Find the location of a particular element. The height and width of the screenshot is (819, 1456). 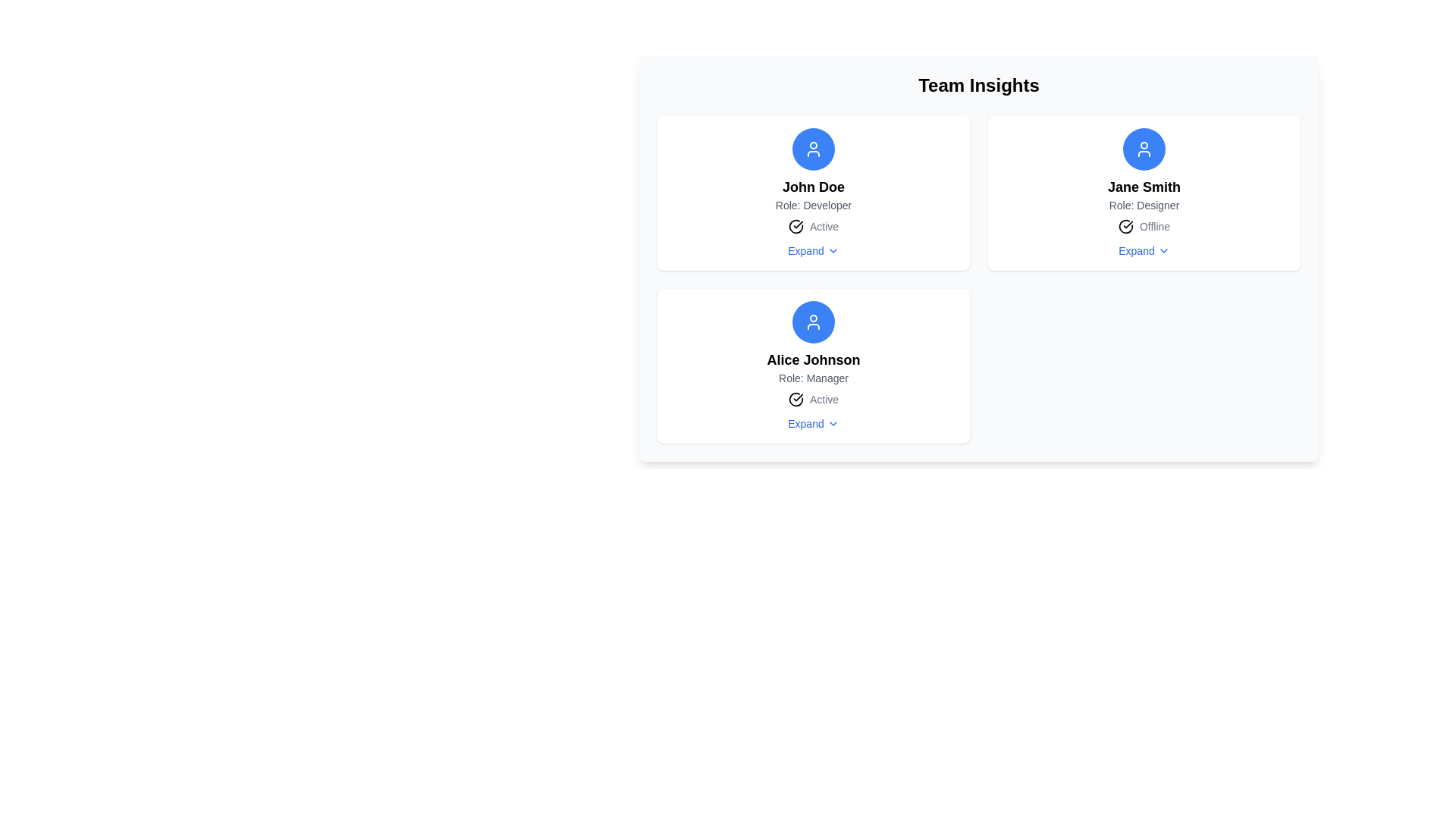

the text label displaying the name 'Jane Smith' located in the upper area of the third profile card from the left in the Team Insights section is located at coordinates (1144, 186).